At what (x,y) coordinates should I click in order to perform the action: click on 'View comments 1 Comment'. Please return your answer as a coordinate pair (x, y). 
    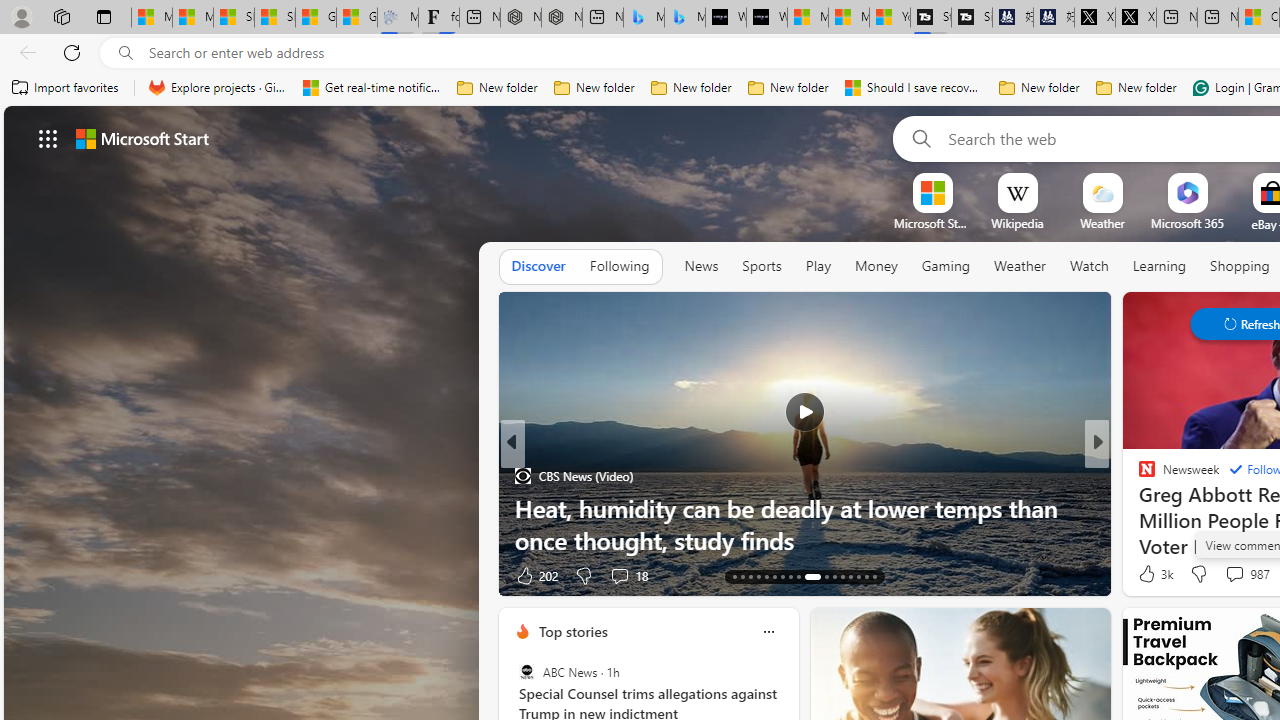
    Looking at the image, I should click on (1234, 575).